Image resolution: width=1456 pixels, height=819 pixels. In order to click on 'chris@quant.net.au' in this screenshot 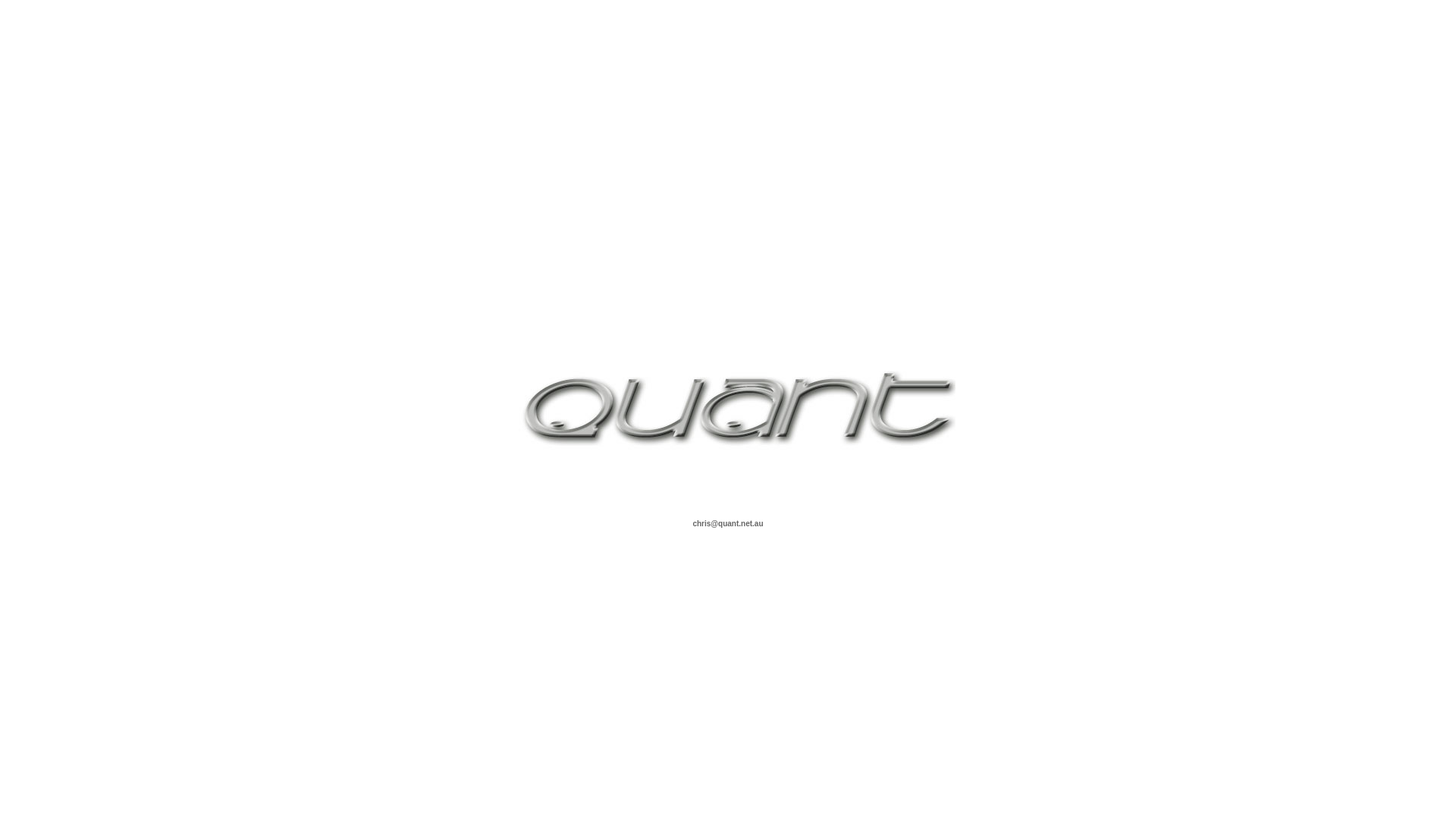, I will do `click(726, 522)`.